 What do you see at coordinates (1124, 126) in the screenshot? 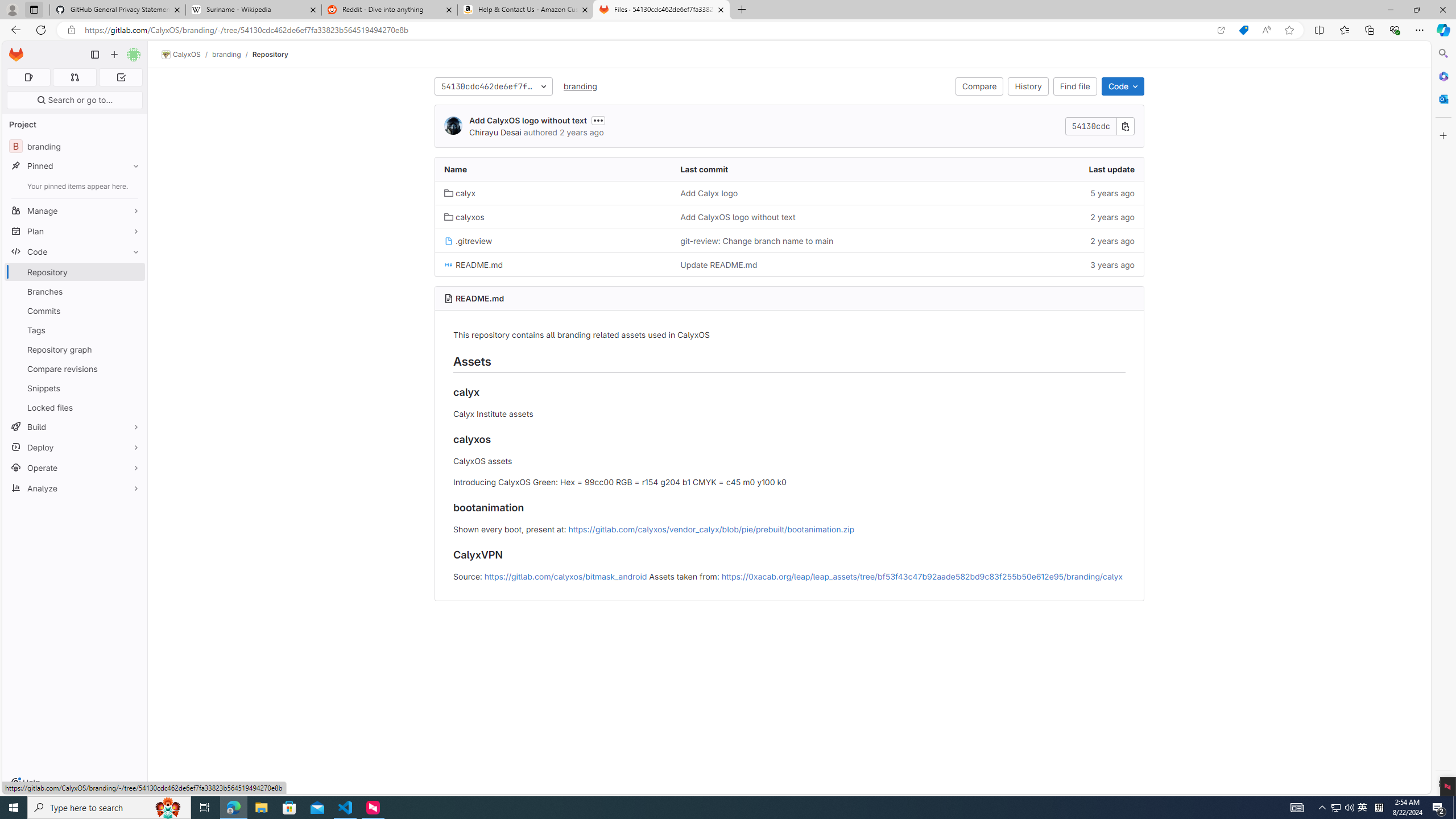
I see `'Copy commit SHA'` at bounding box center [1124, 126].